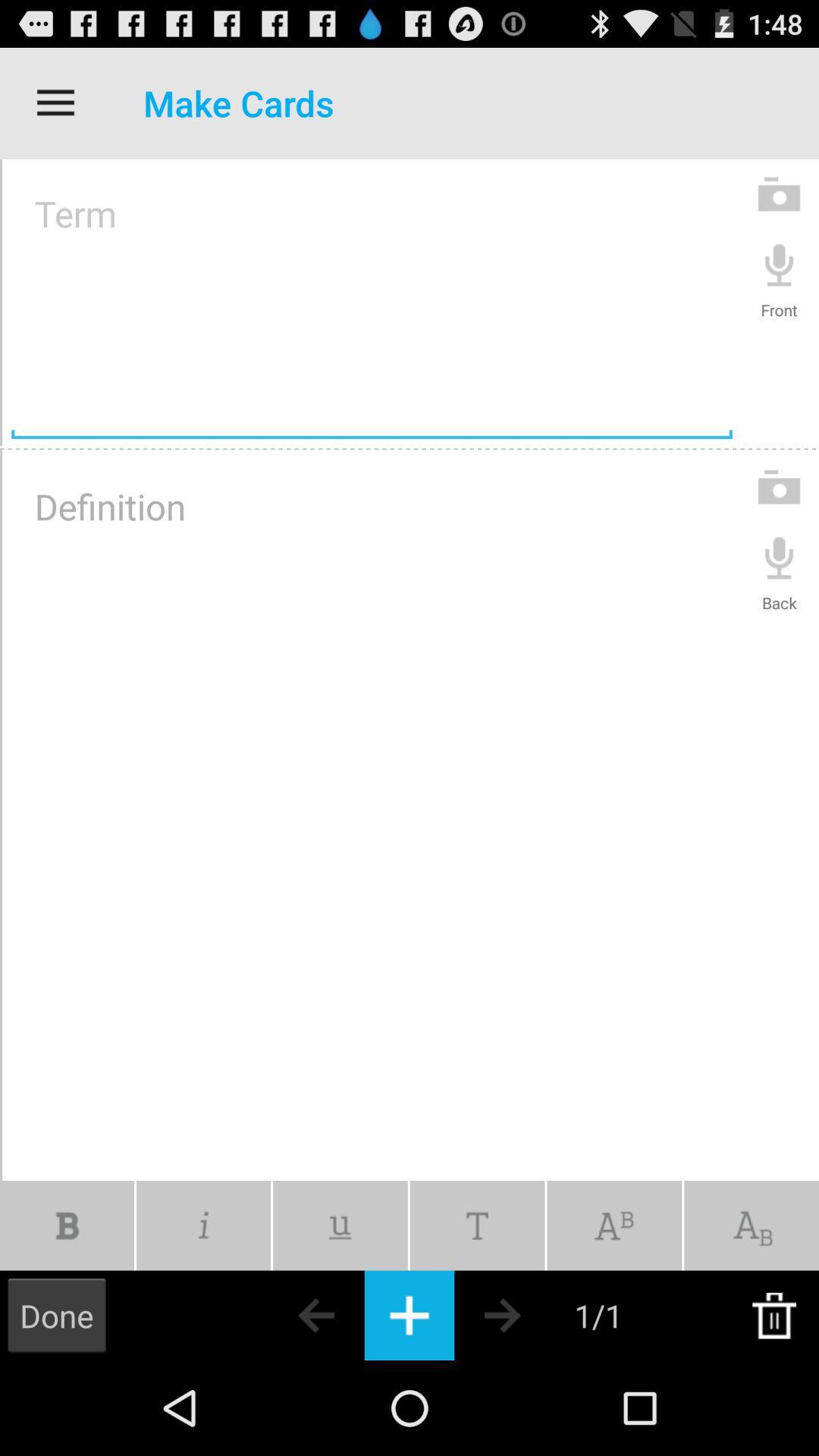 This screenshot has height=1456, width=819. I want to click on make cards term, so click(372, 302).